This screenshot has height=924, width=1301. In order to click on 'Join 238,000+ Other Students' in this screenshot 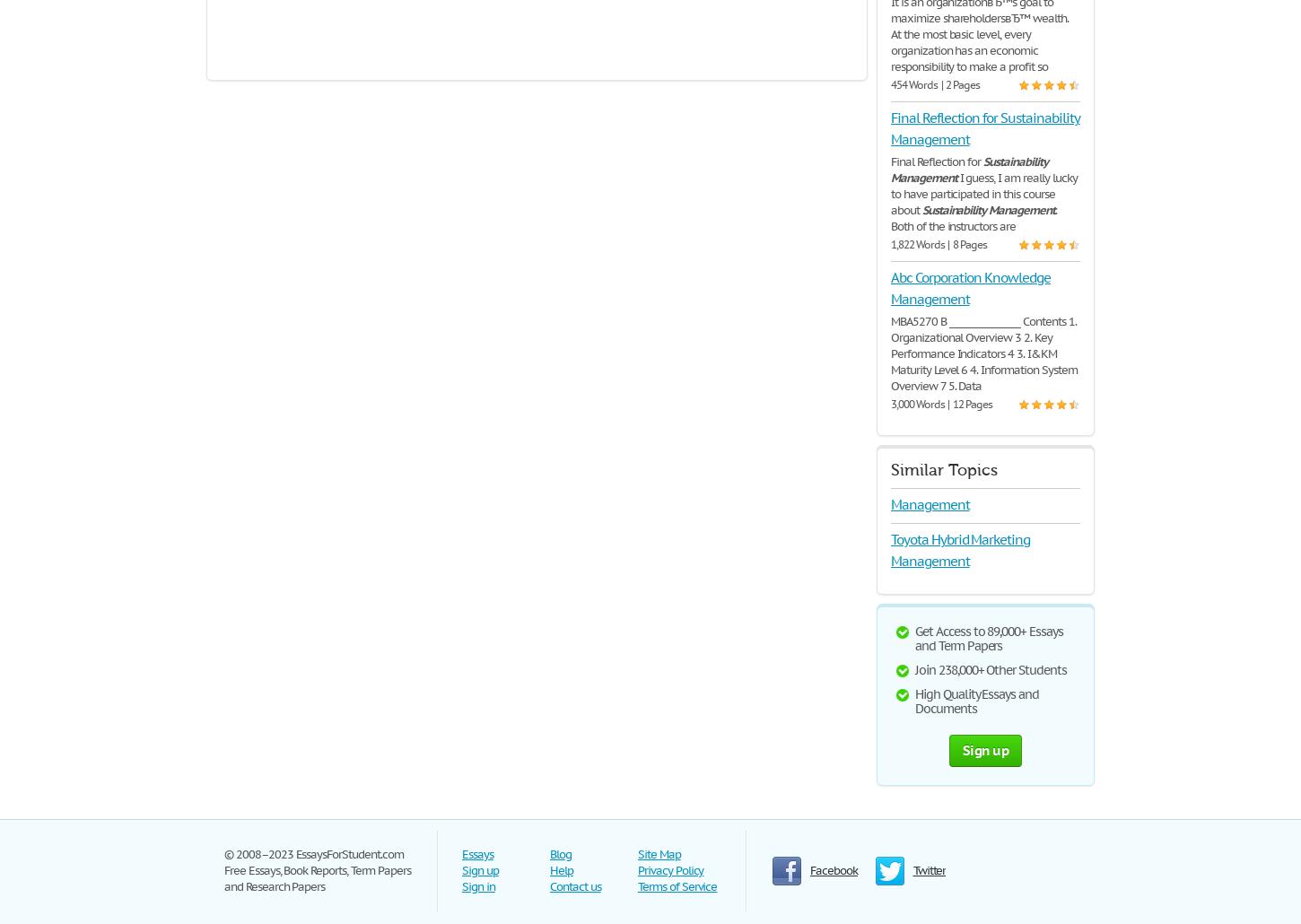, I will do `click(990, 669)`.